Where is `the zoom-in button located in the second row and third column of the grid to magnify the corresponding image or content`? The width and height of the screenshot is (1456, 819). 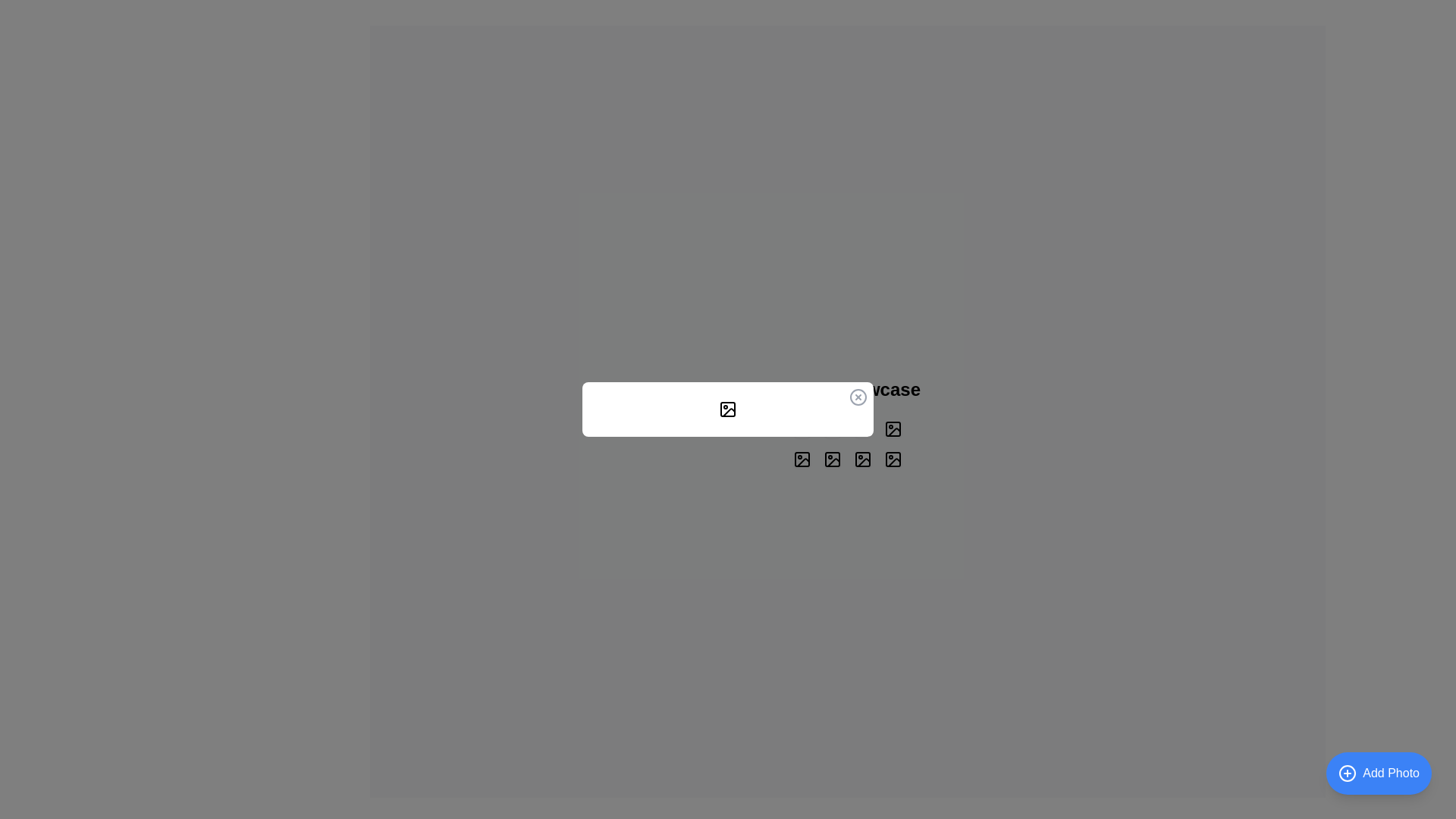
the zoom-in button located in the second row and third column of the grid to magnify the corresponding image or content is located at coordinates (862, 458).